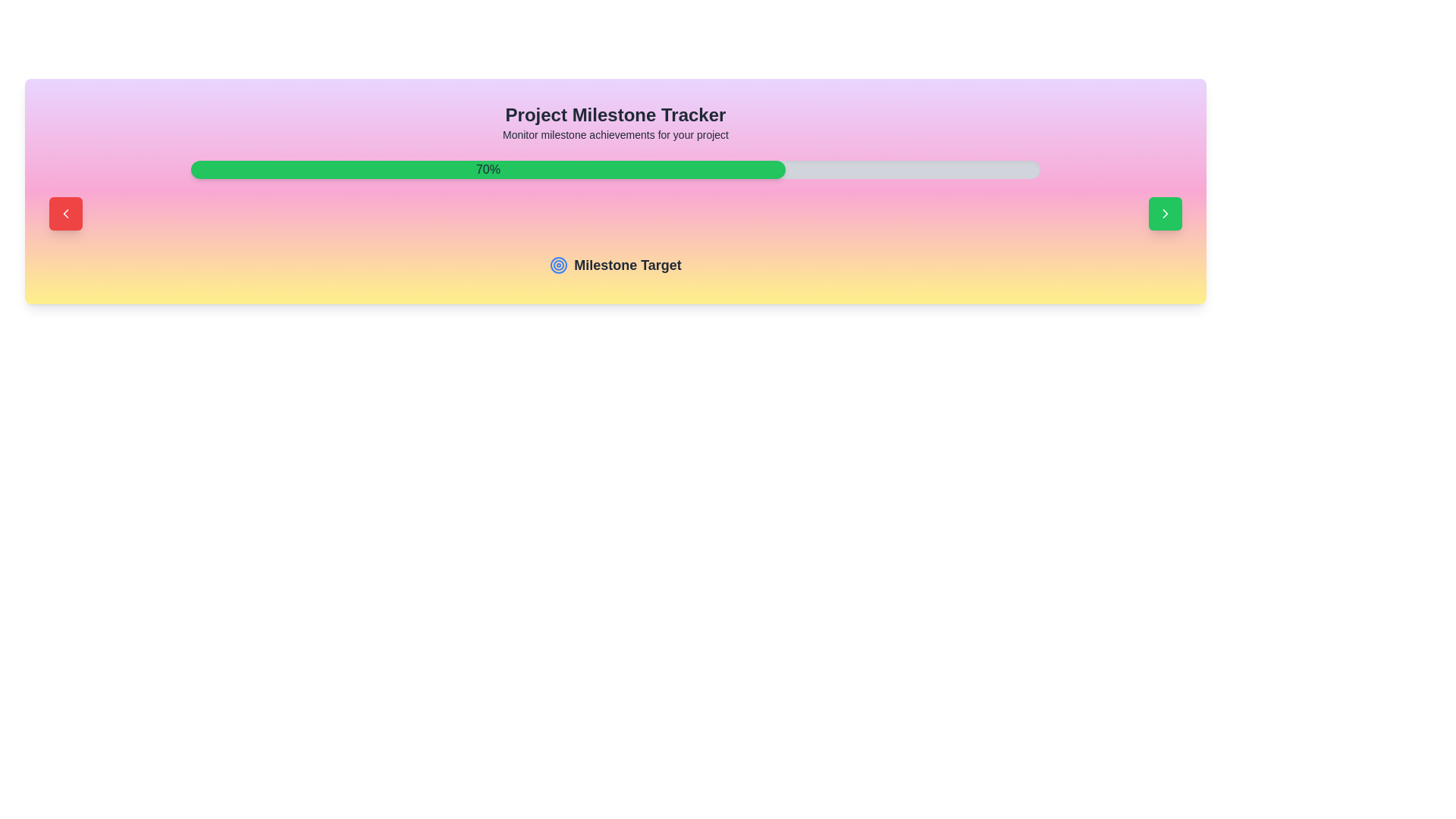 Image resolution: width=1456 pixels, height=819 pixels. Describe the element at coordinates (64, 213) in the screenshot. I see `the navigational button located on the far-left side of the horizontal layout for visual feedback` at that location.